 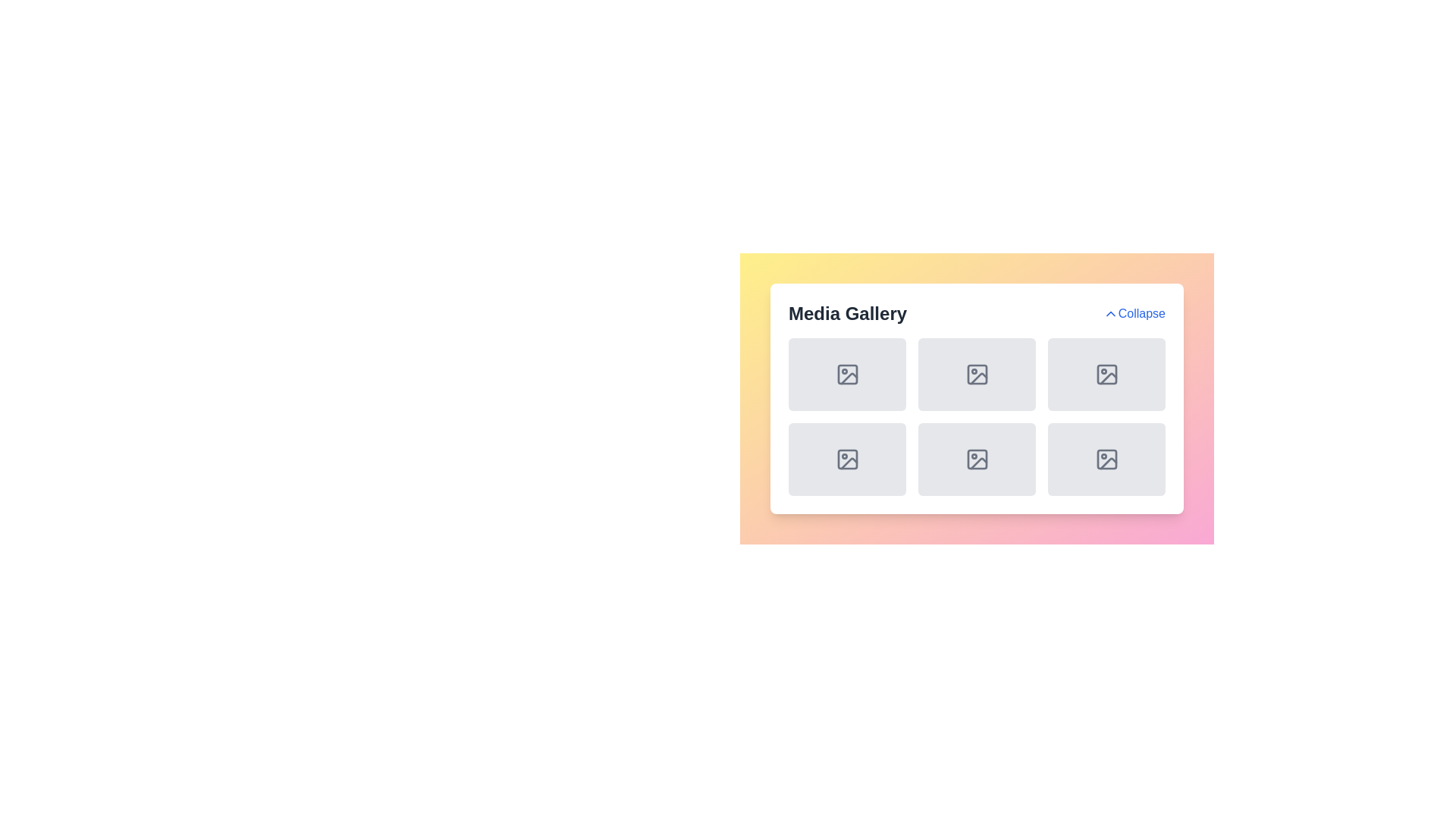 I want to click on the image placeholder icon located in the last row and second column of a 3x2 grid layout within the gallery interface, so click(x=977, y=458).